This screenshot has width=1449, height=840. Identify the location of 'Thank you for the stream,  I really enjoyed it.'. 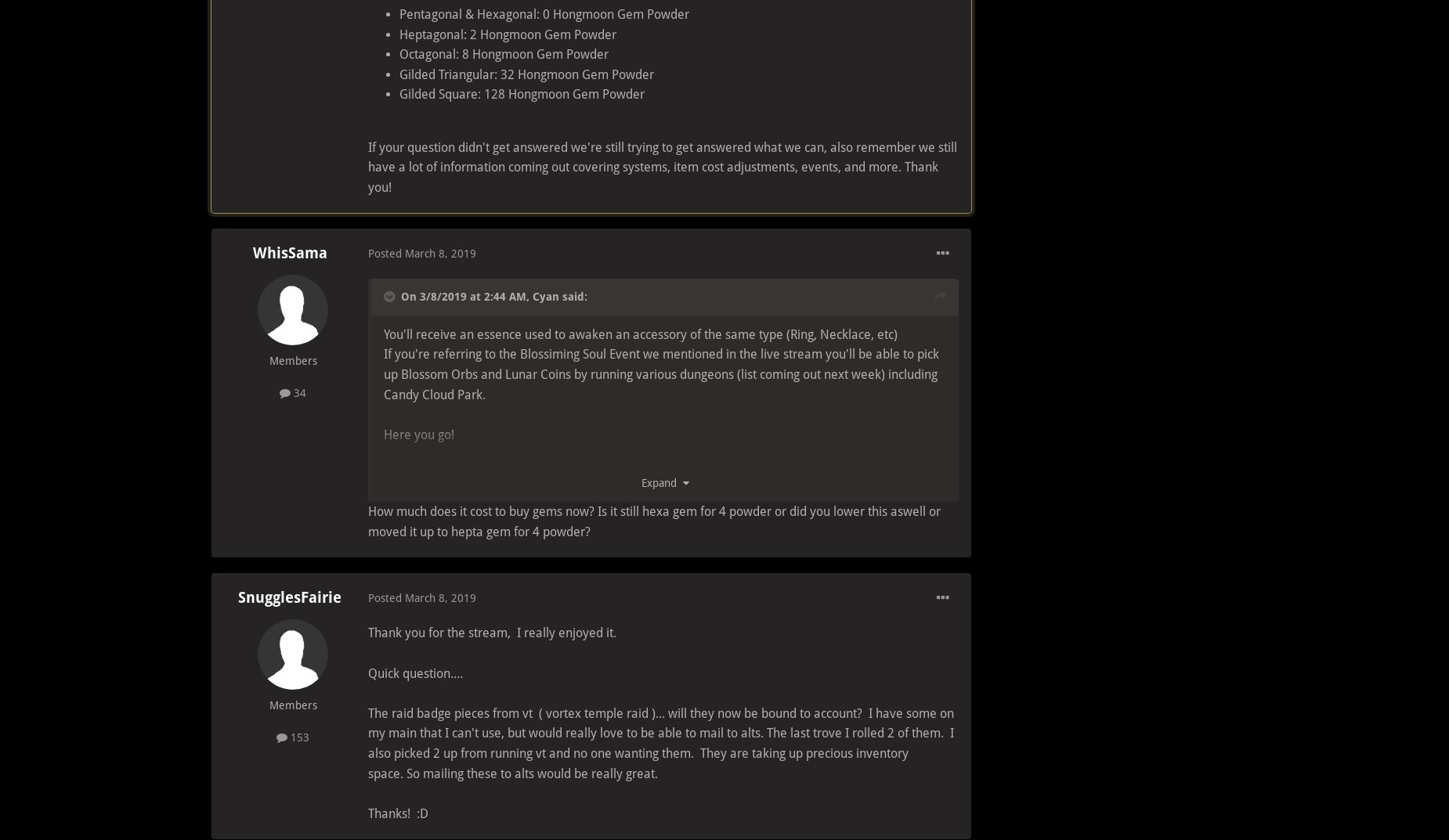
(368, 633).